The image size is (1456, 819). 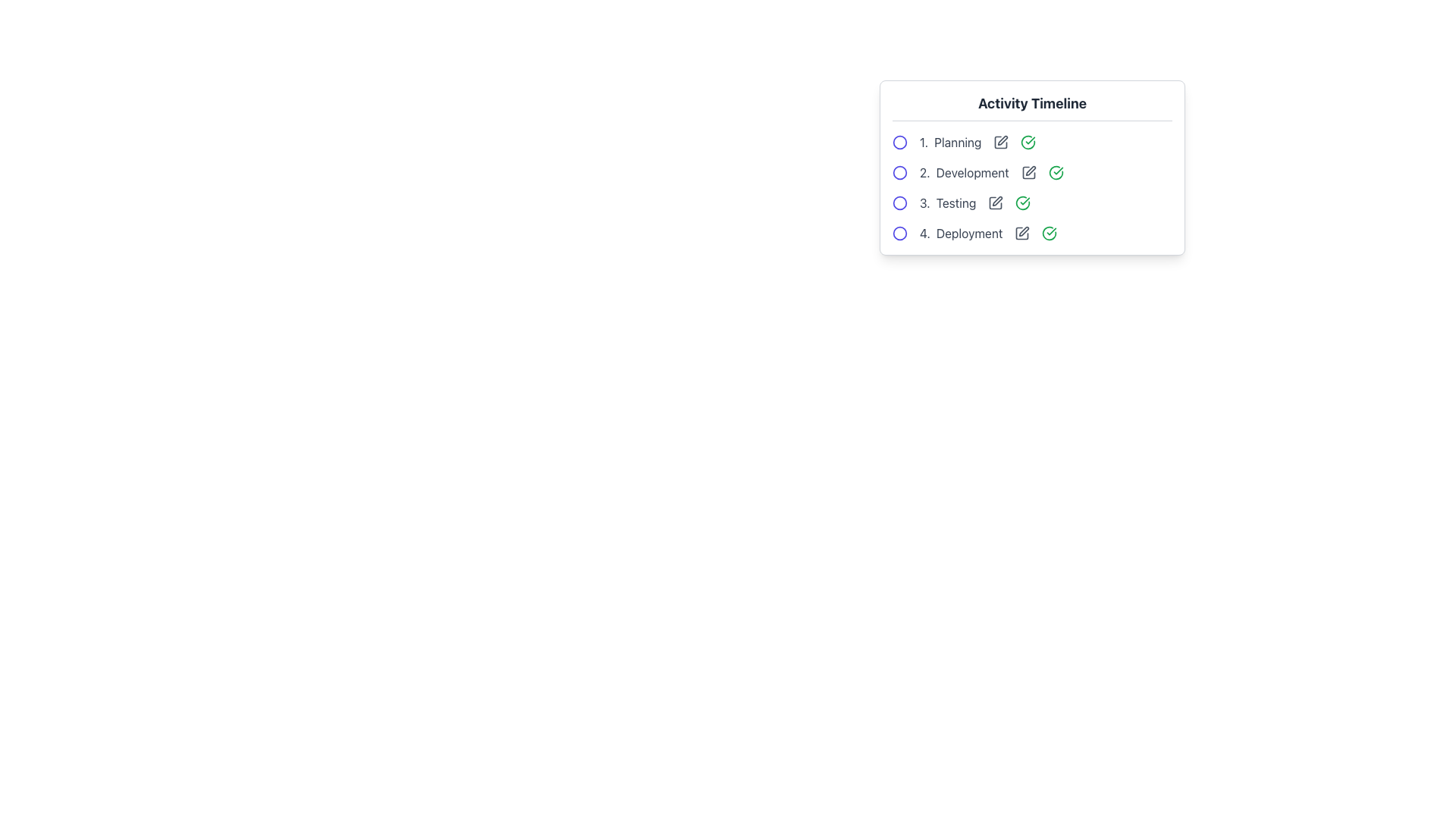 I want to click on the text label for the fourth entry in the 'Activity Timeline', labeled '4. Deployment', which is positioned below the entries 'Planning', 'Development', and 'Testing', so click(x=968, y=234).